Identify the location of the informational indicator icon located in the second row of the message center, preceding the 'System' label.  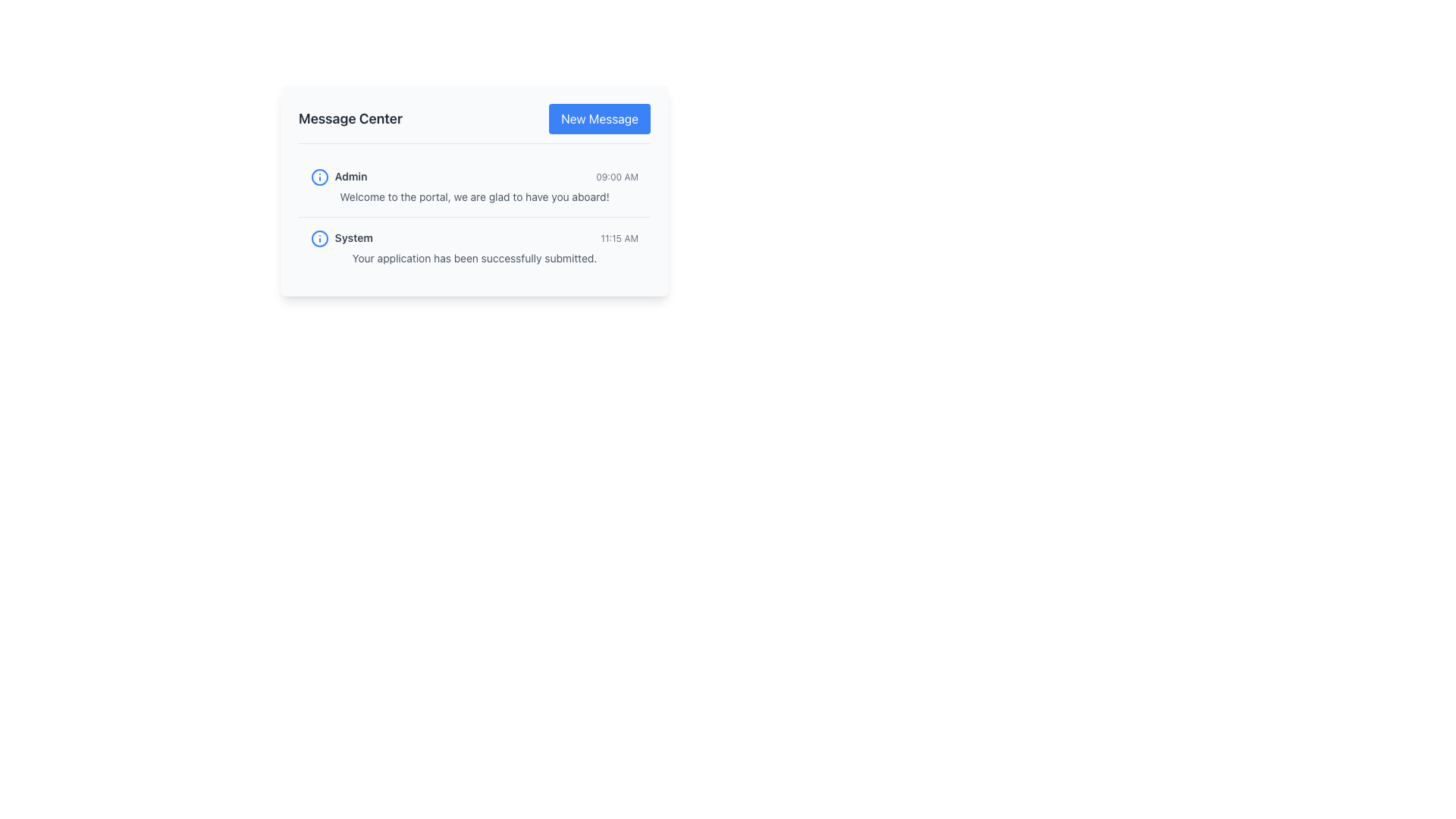
(319, 177).